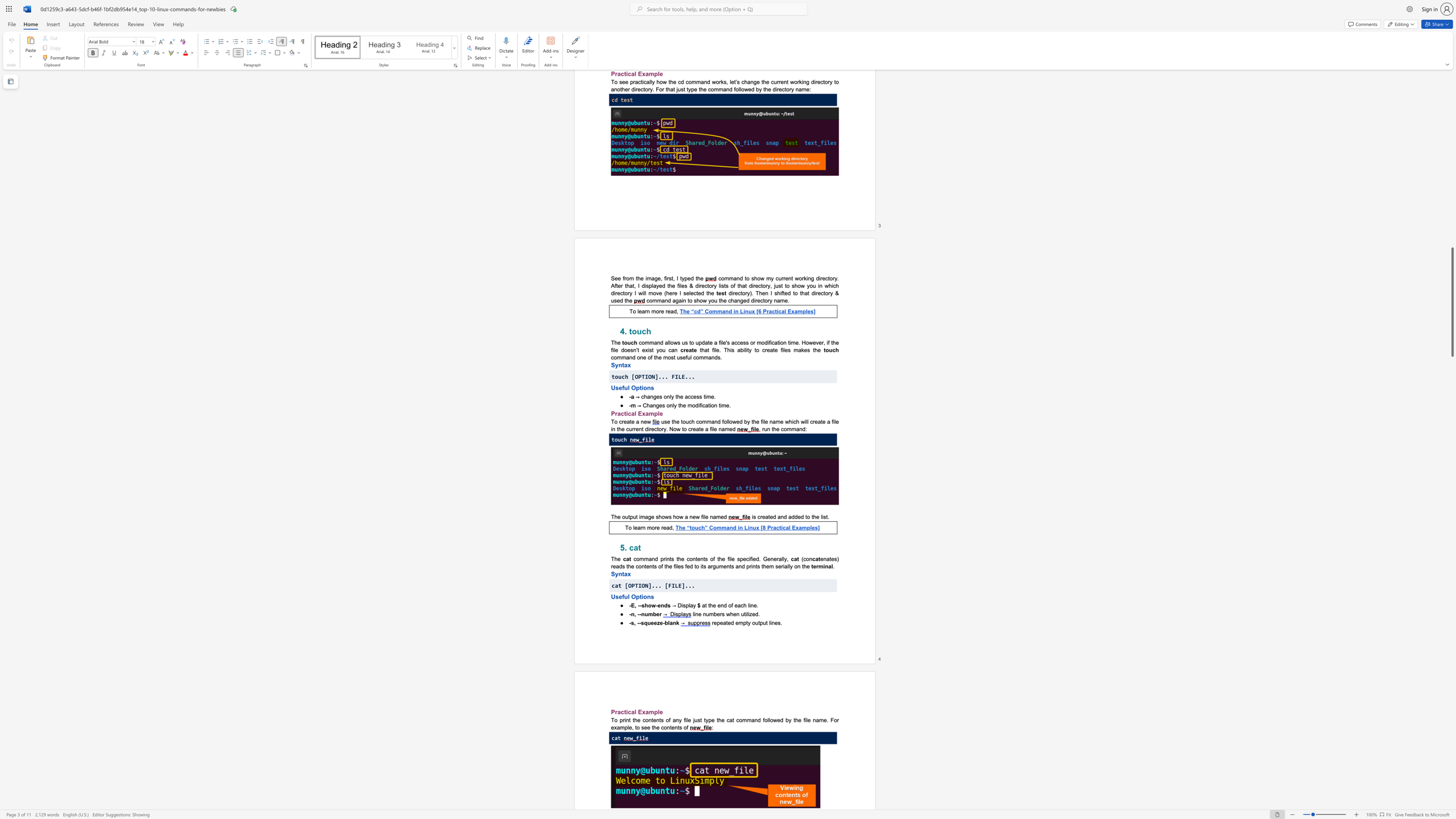 Image resolution: width=1456 pixels, height=819 pixels. I want to click on the 4th character "-" in the text, so click(663, 622).